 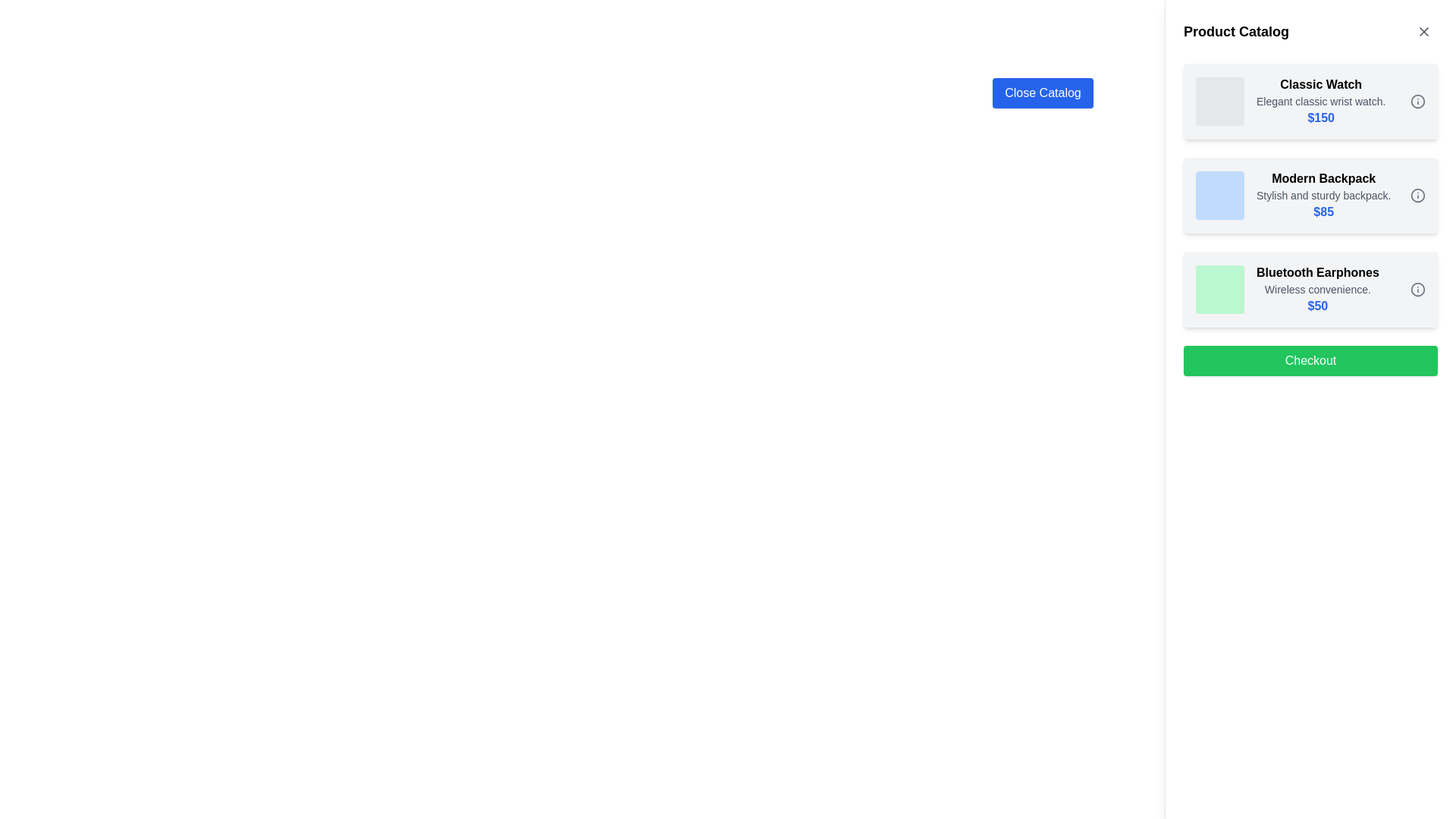 What do you see at coordinates (1292, 195) in the screenshot?
I see `the product item in the catalog` at bounding box center [1292, 195].